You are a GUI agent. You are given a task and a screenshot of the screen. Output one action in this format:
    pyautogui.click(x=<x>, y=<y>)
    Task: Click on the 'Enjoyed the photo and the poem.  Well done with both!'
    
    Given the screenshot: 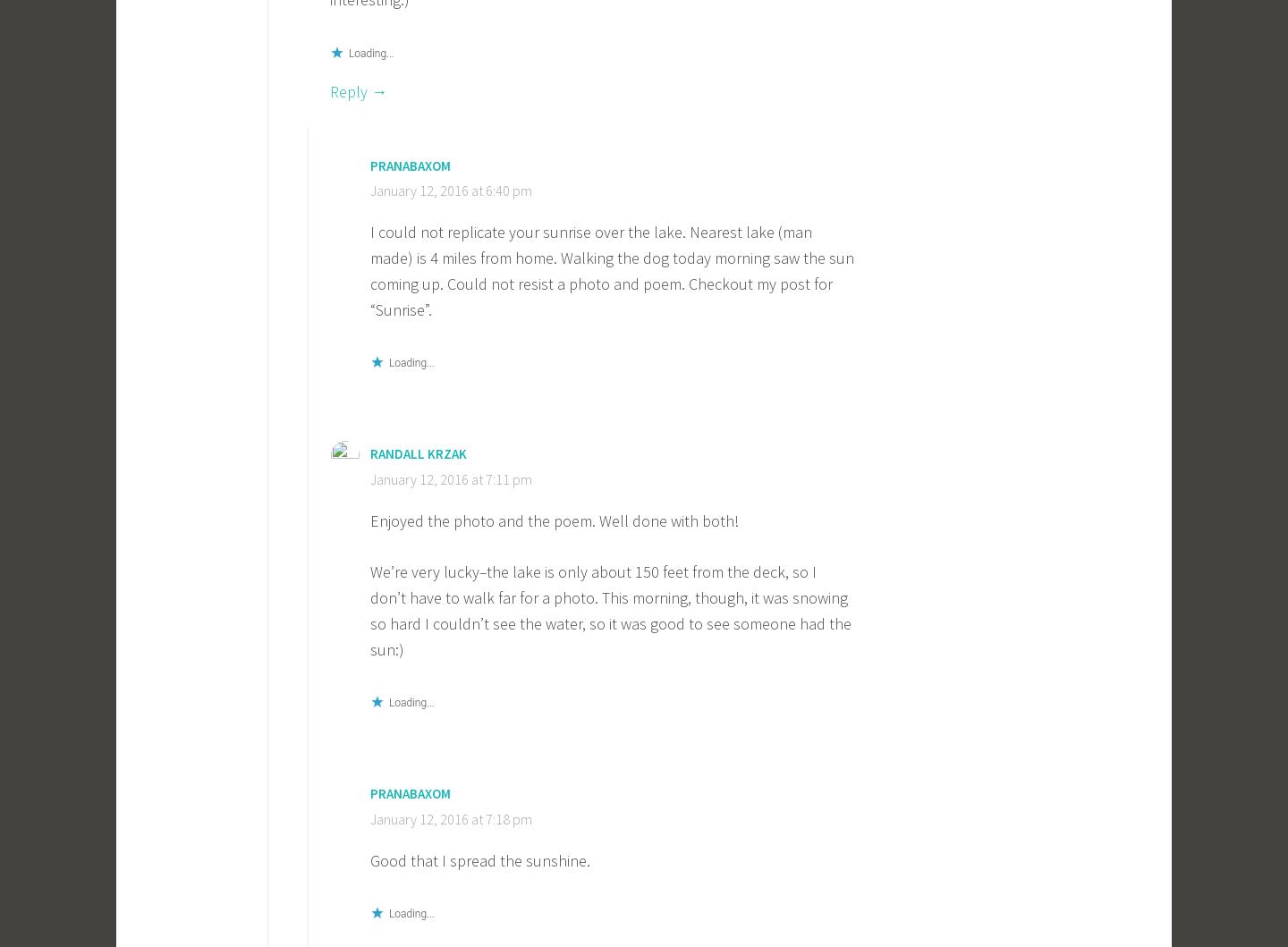 What is the action you would take?
    pyautogui.click(x=554, y=519)
    